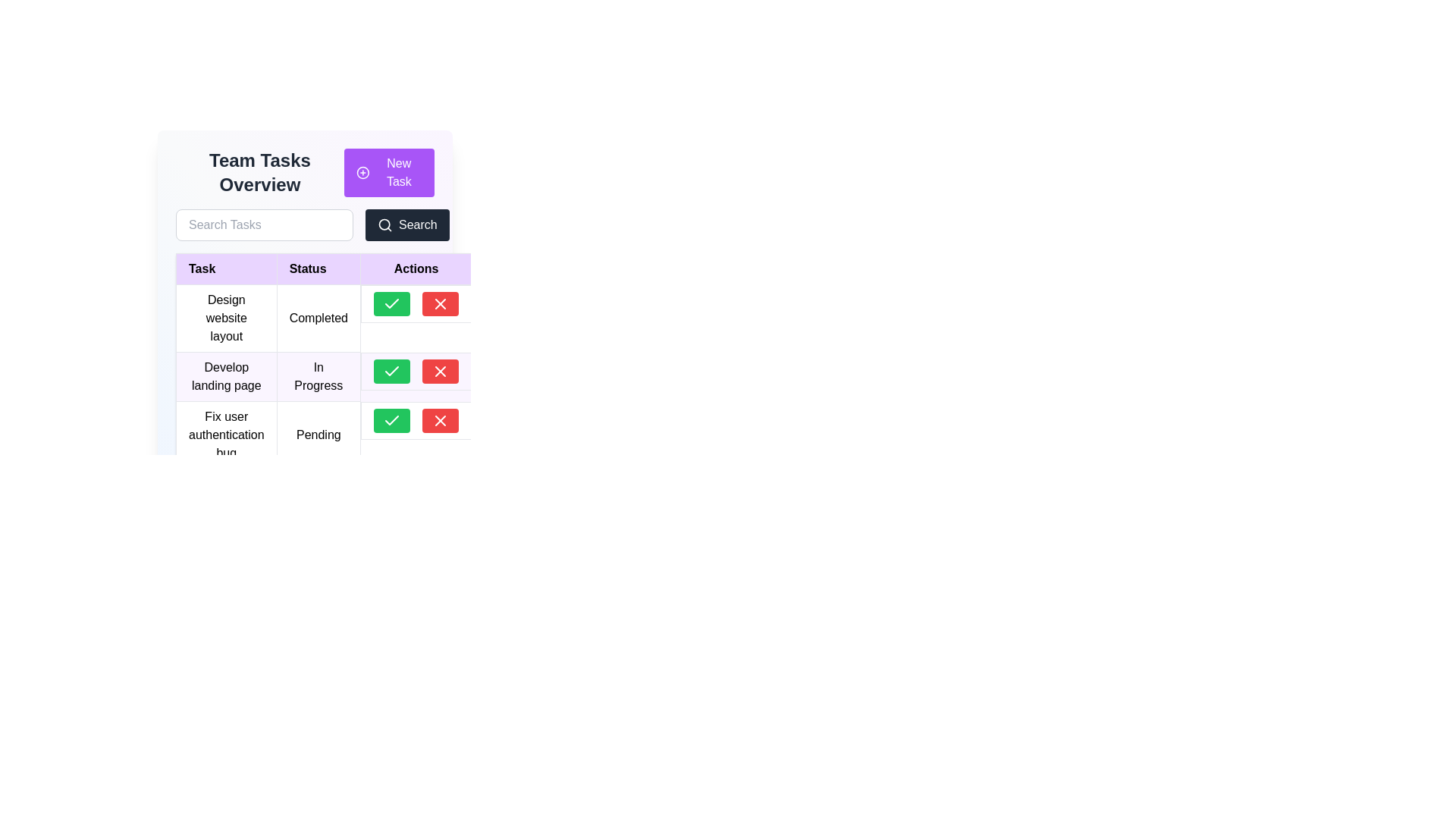 Image resolution: width=1456 pixels, height=819 pixels. What do you see at coordinates (225, 376) in the screenshot?
I see `the text label that displays 'Develop landing page', which is located in the second row under the 'Task' column, aligning with the 'In Progress' status` at bounding box center [225, 376].